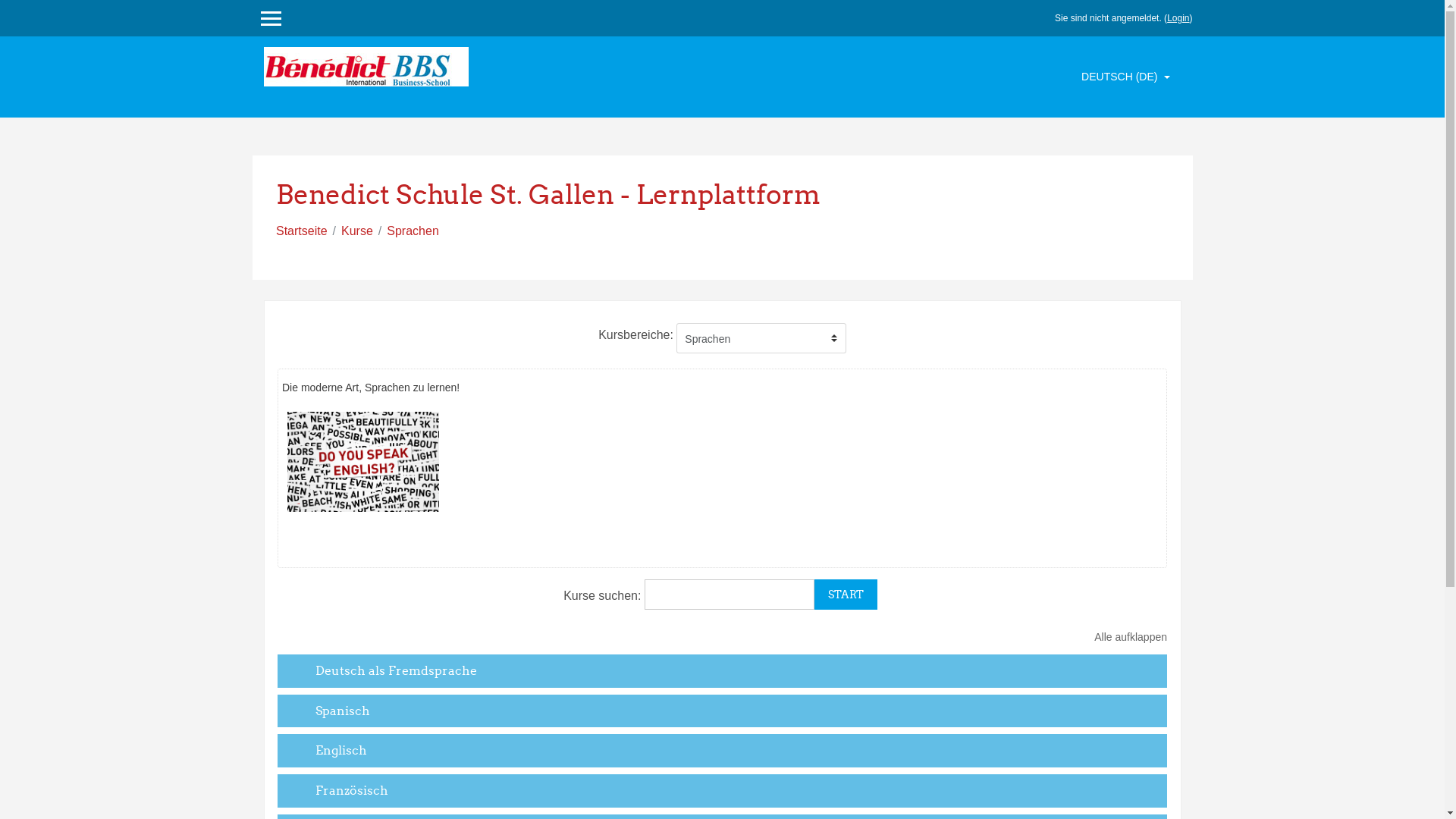 The height and width of the screenshot is (819, 1456). I want to click on 'Englisch', so click(340, 748).